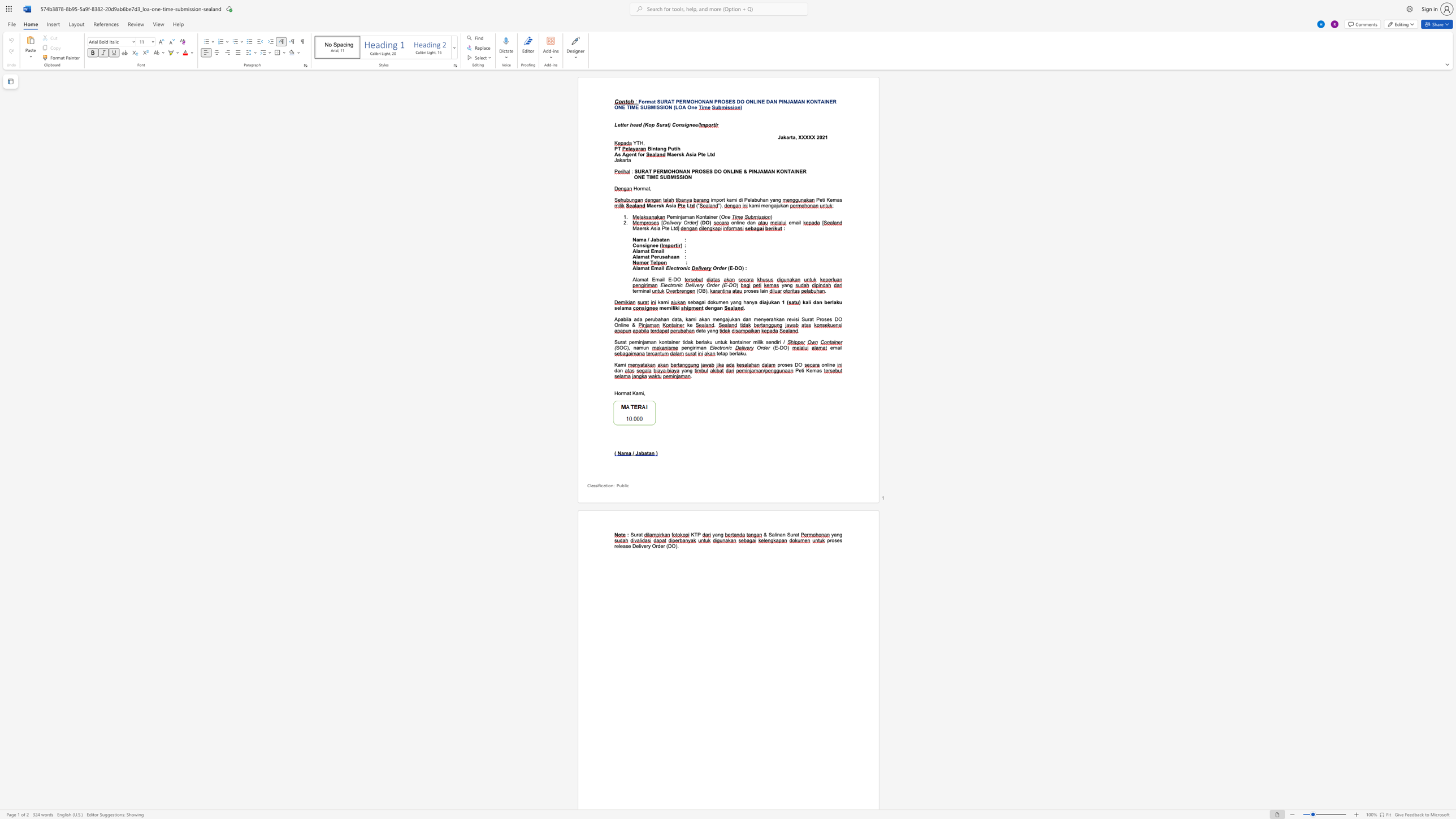 This screenshot has height=819, width=1456. I want to click on the subset text "atan" within the text "Nama / Jabatan", so click(658, 239).